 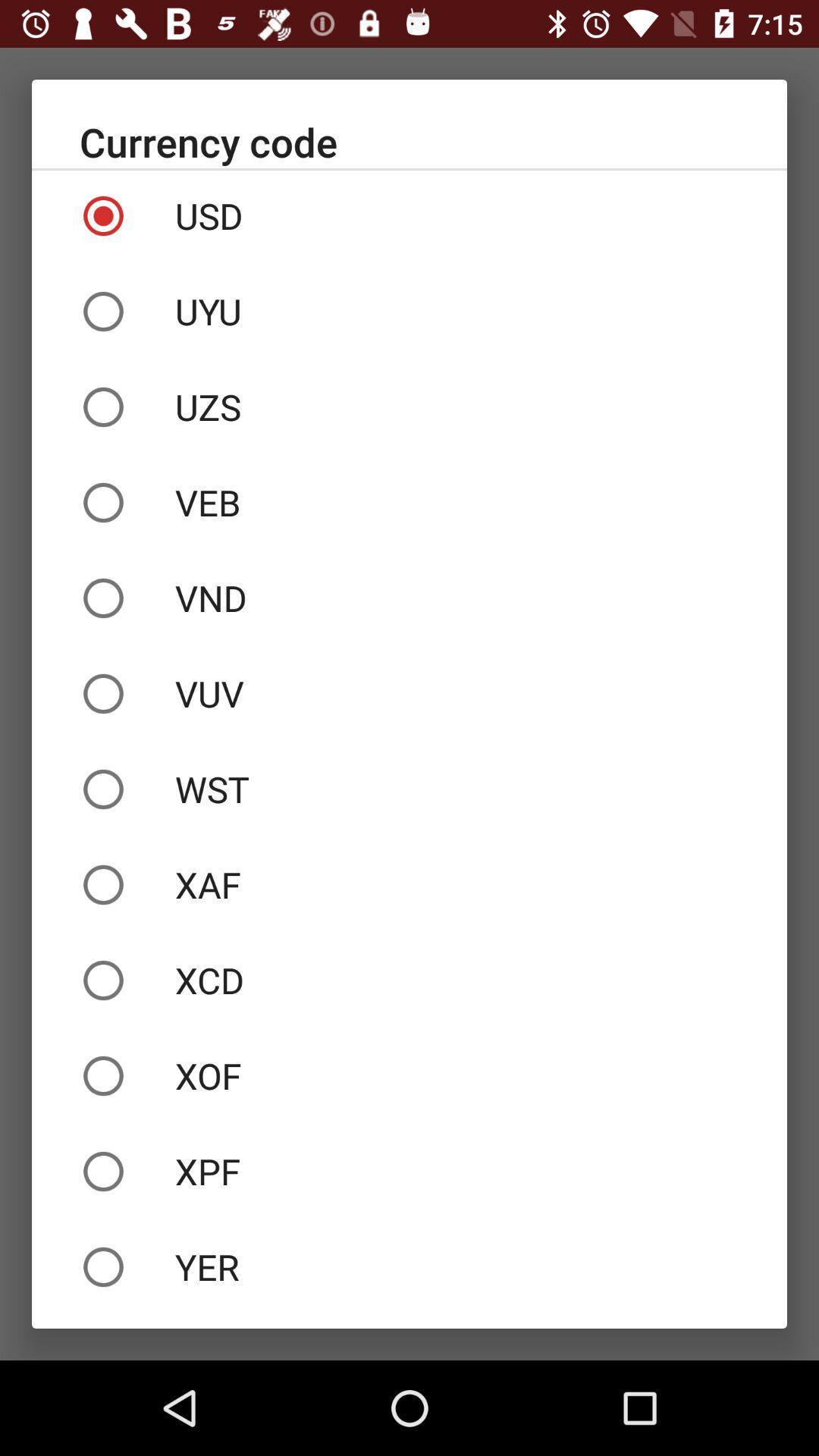 What do you see at coordinates (409, 789) in the screenshot?
I see `wst item` at bounding box center [409, 789].